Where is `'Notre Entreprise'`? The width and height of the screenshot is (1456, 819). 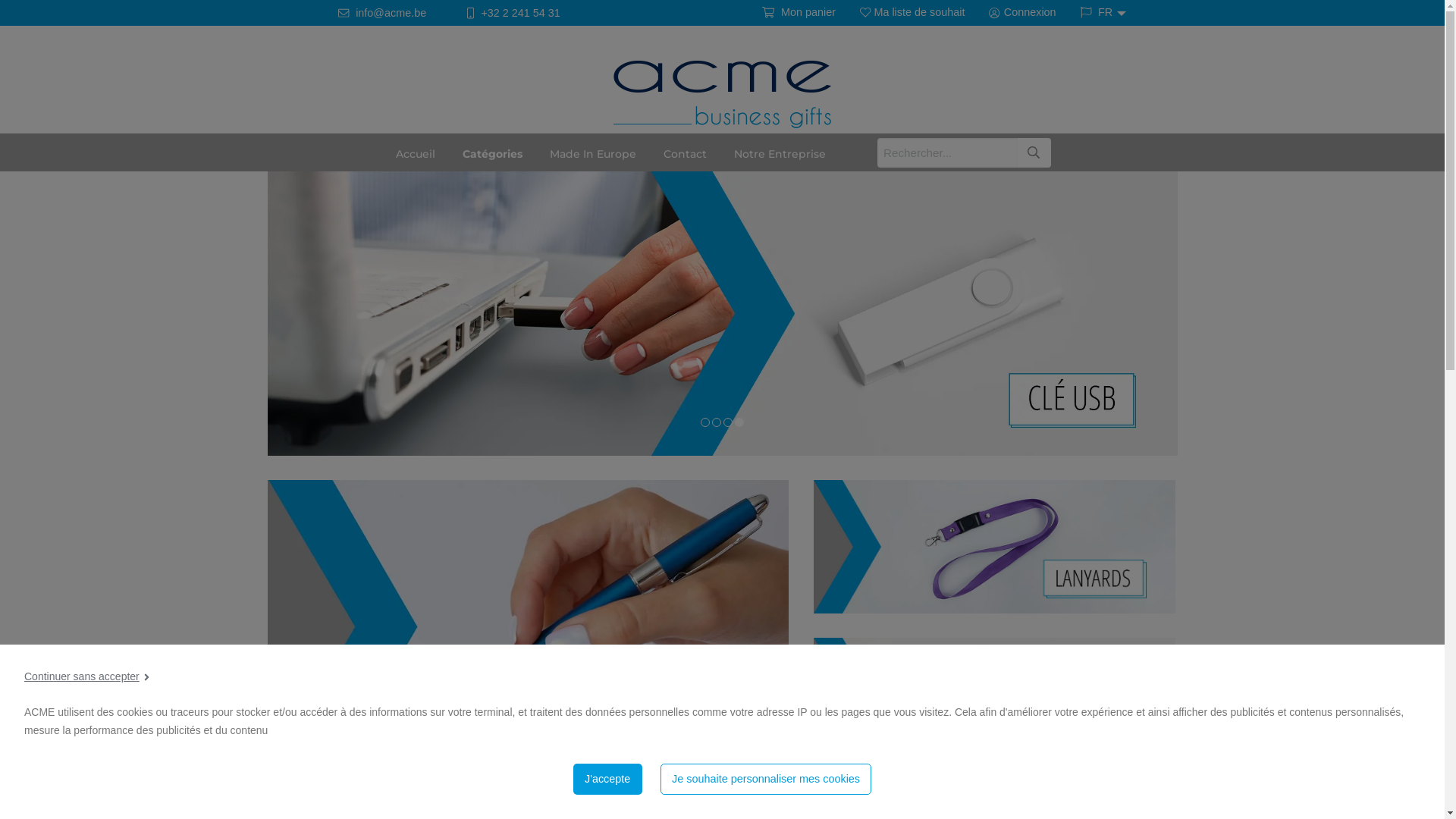
'Notre Entreprise' is located at coordinates (780, 152).